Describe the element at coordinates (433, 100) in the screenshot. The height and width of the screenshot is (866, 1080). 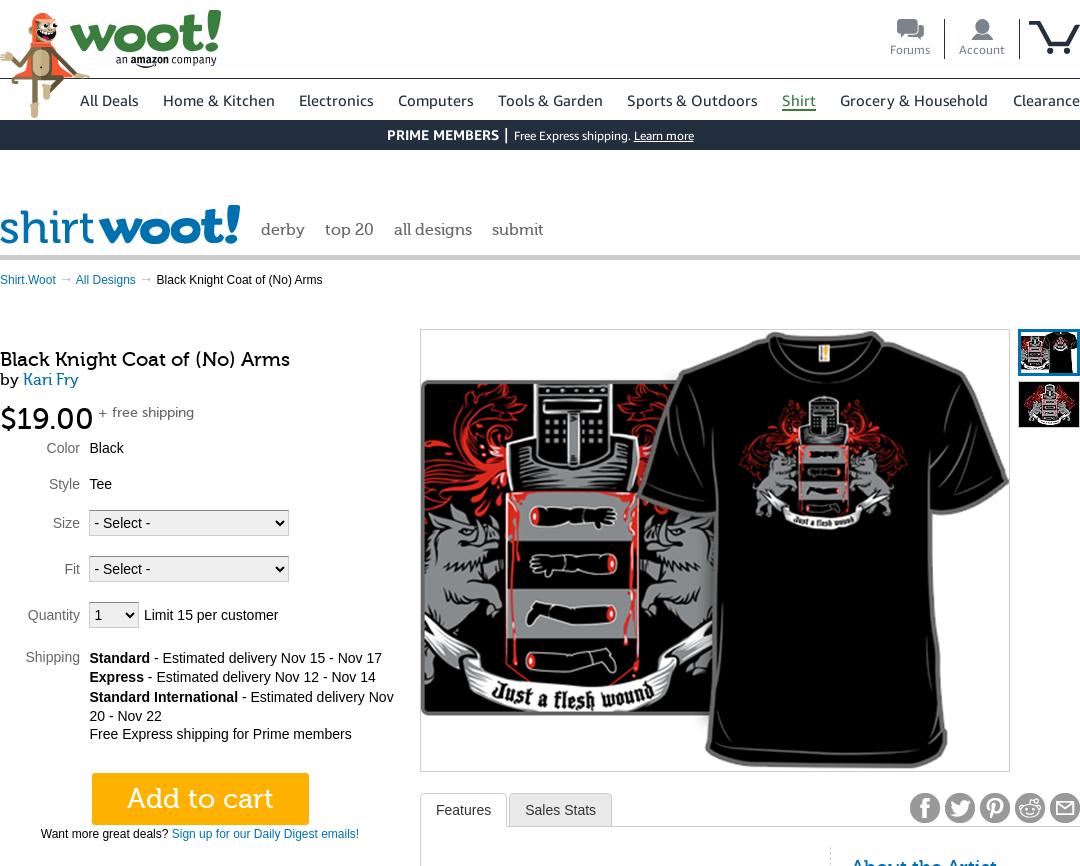
I see `'Computers'` at that location.